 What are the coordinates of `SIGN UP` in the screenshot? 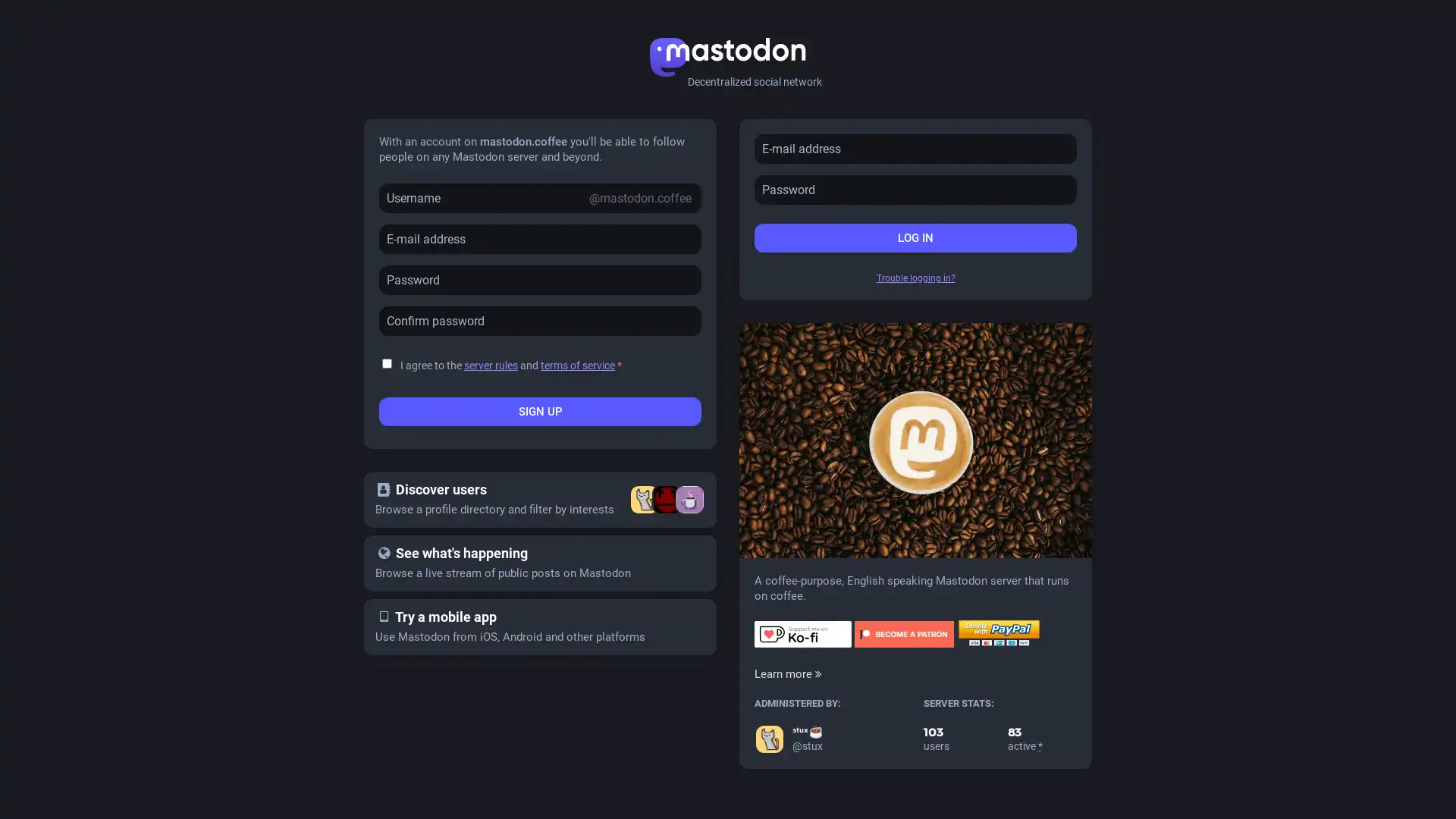 It's located at (540, 412).